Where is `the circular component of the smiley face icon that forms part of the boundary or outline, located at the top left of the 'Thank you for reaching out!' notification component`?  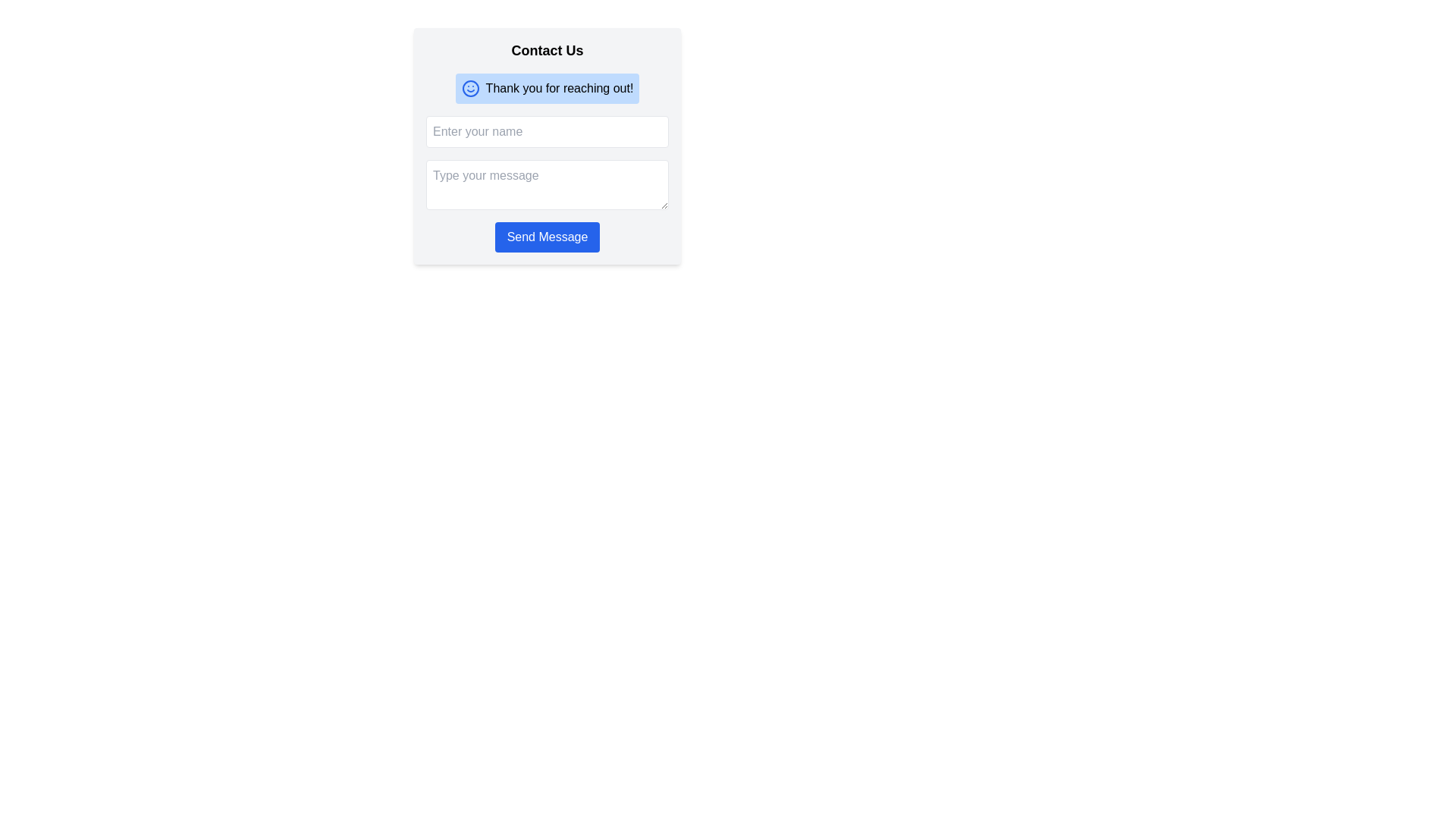 the circular component of the smiley face icon that forms part of the boundary or outline, located at the top left of the 'Thank you for reaching out!' notification component is located at coordinates (469, 88).